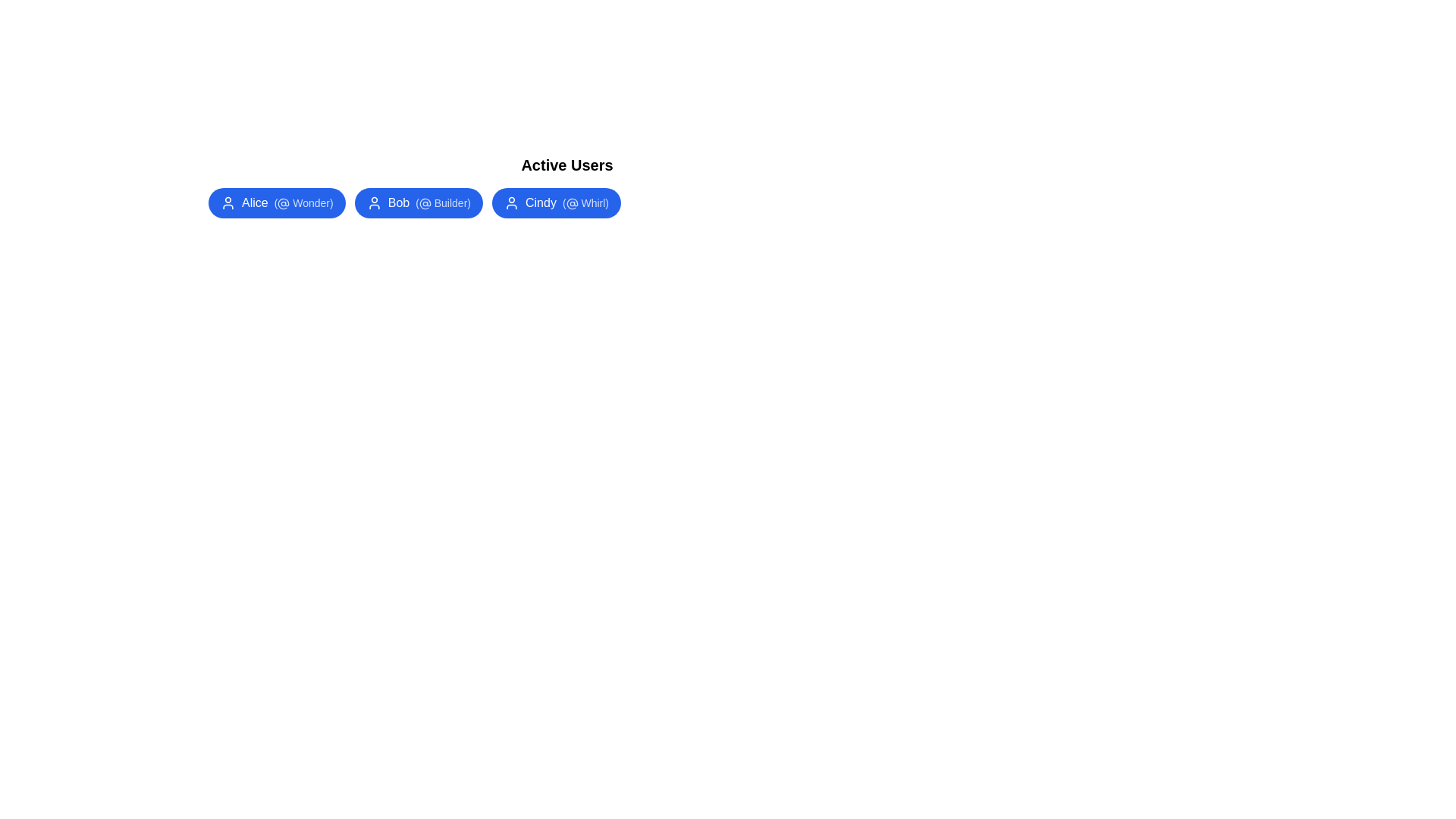 The width and height of the screenshot is (1456, 819). What do you see at coordinates (442, 202) in the screenshot?
I see `the alias Builder within the user chip` at bounding box center [442, 202].